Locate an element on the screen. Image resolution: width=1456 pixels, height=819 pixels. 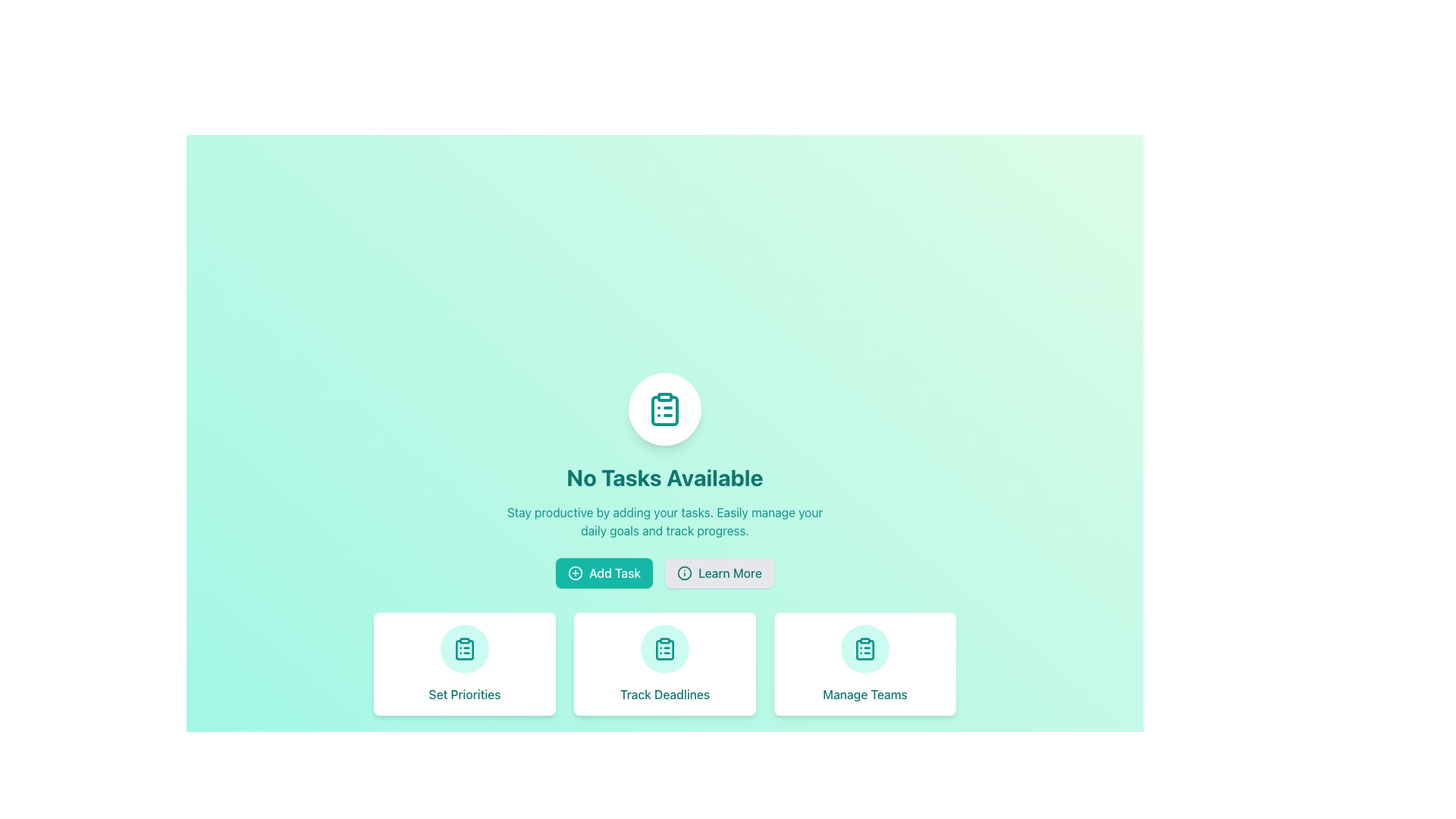
the circular icon with a border and central vertical line, which is the leftmost part of the 'Learn More' button below the headline 'No Tasks Available' is located at coordinates (683, 573).